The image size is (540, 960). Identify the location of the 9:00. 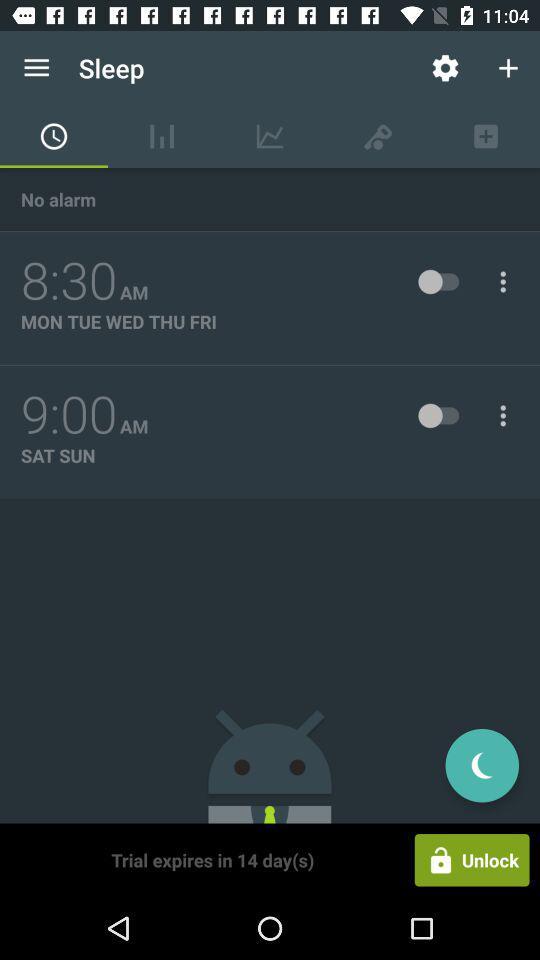
(68, 414).